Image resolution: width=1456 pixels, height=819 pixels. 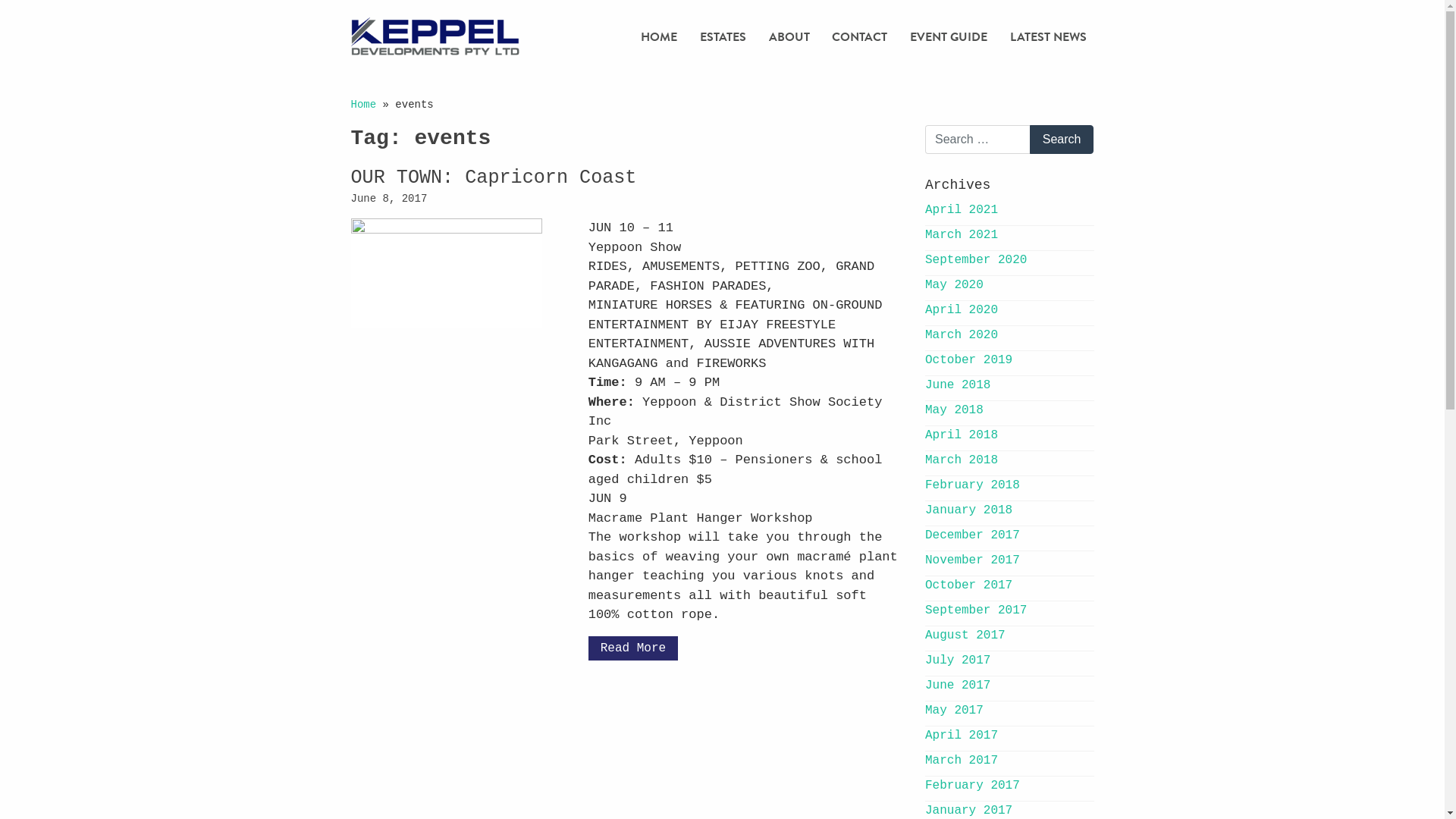 I want to click on 'Read More', so click(x=588, y=648).